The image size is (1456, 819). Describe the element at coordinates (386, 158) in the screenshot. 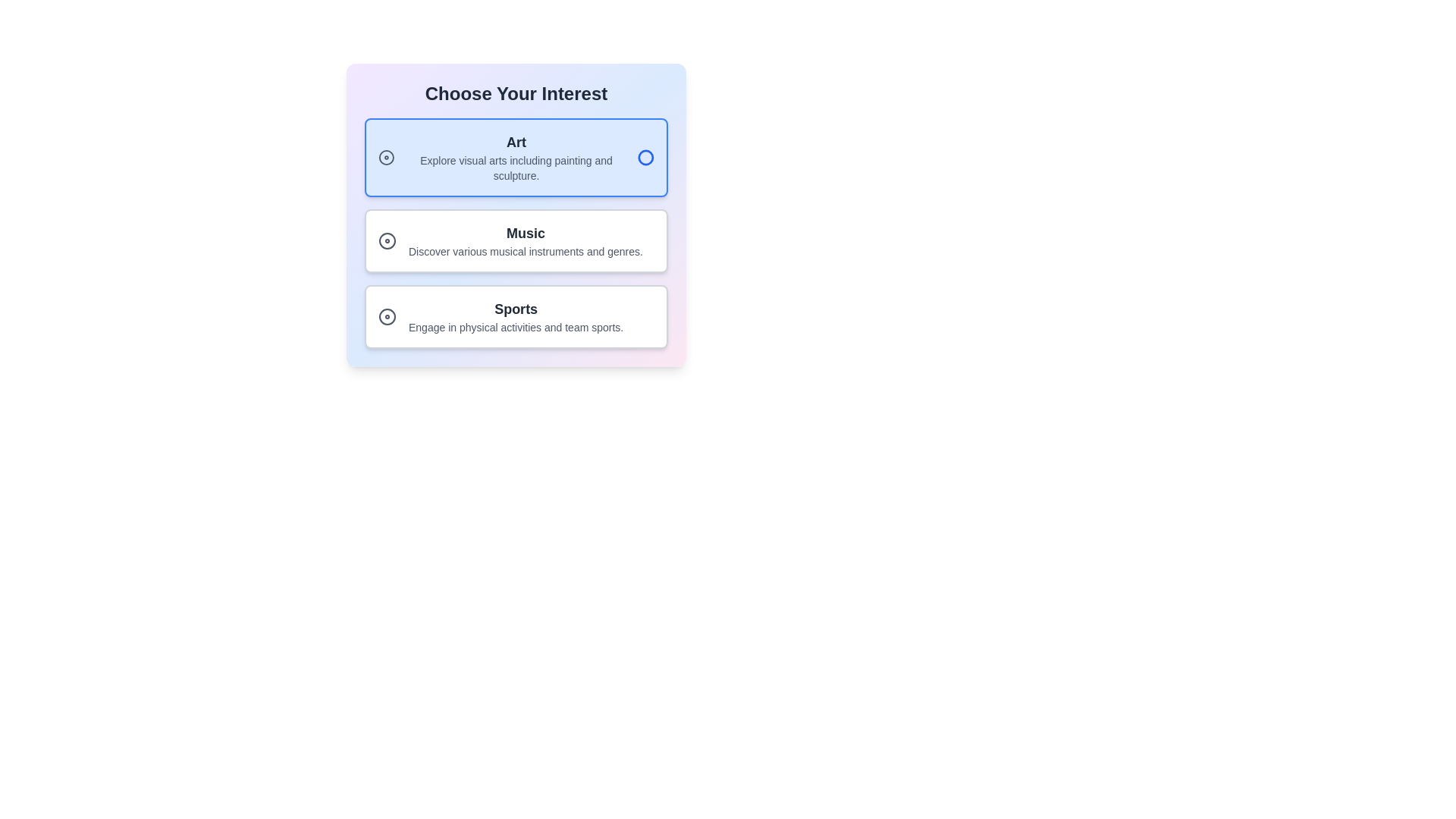

I see `the larger circle SVG element located to the left of the text 'Art' in the selectable box labeled 'Art'` at that location.